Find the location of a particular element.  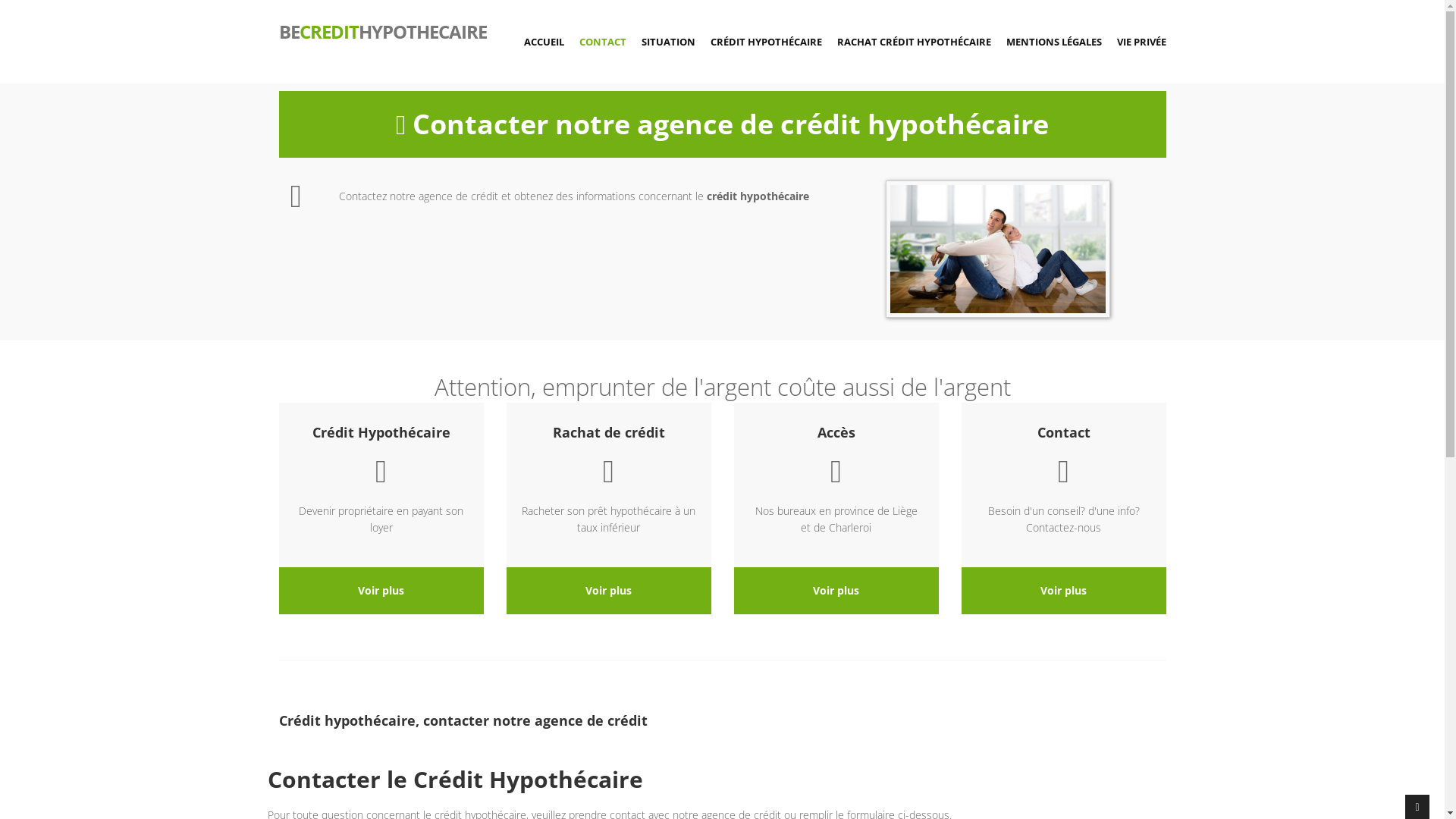

'BECREDITHYPOTHECAIRE' is located at coordinates (376, 30).